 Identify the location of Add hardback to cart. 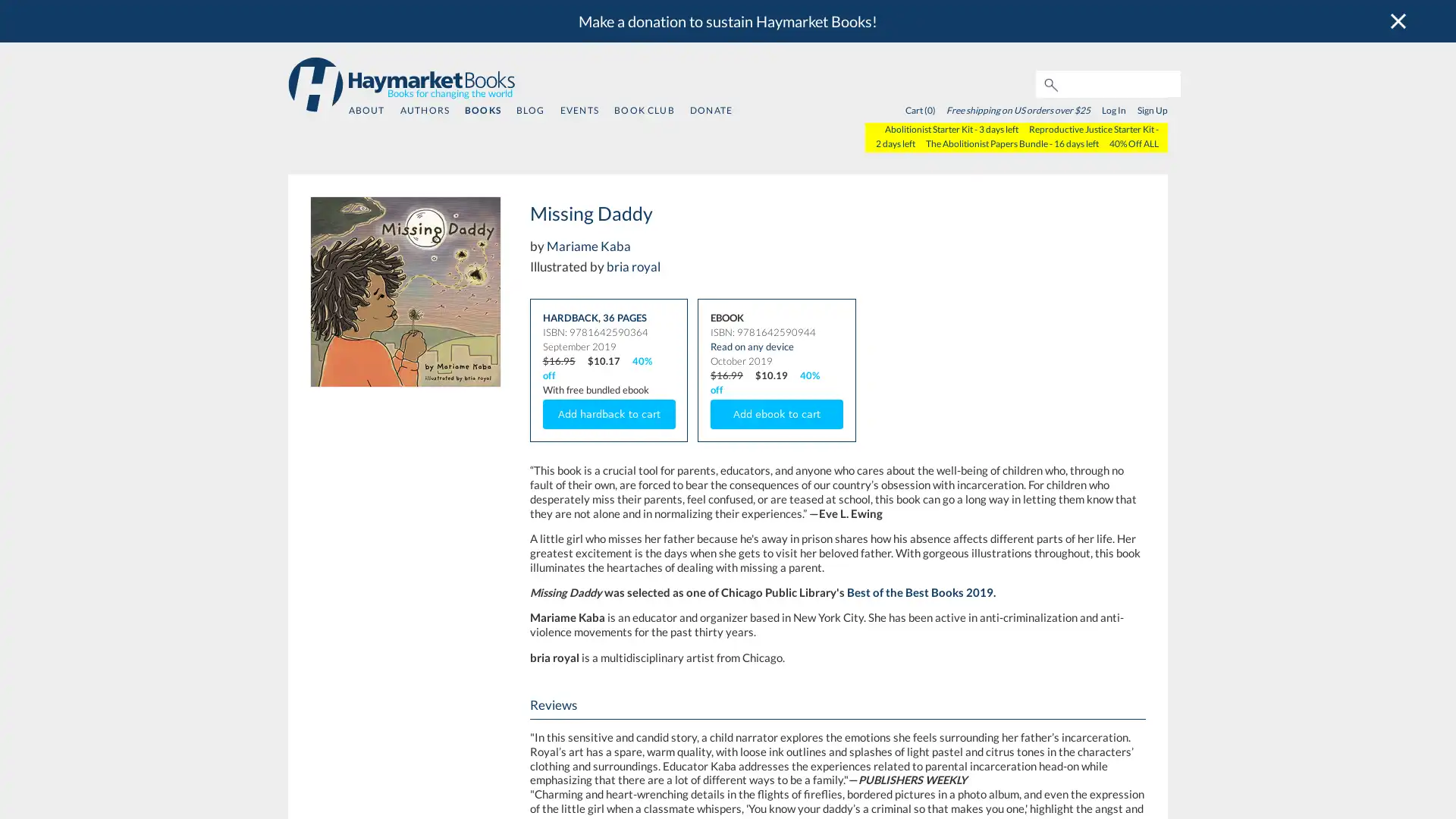
(608, 414).